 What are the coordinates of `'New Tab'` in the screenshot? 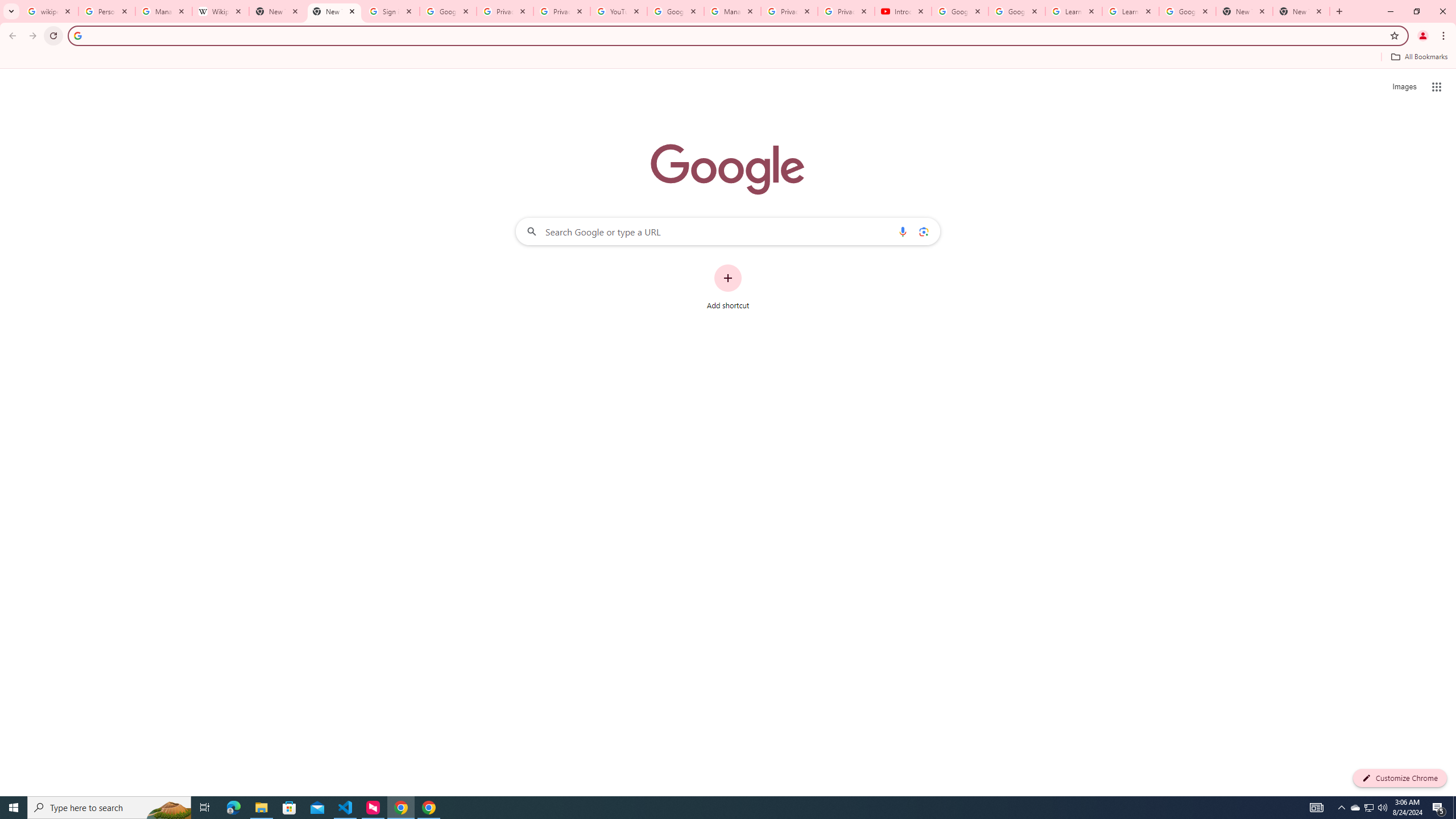 It's located at (1301, 11).